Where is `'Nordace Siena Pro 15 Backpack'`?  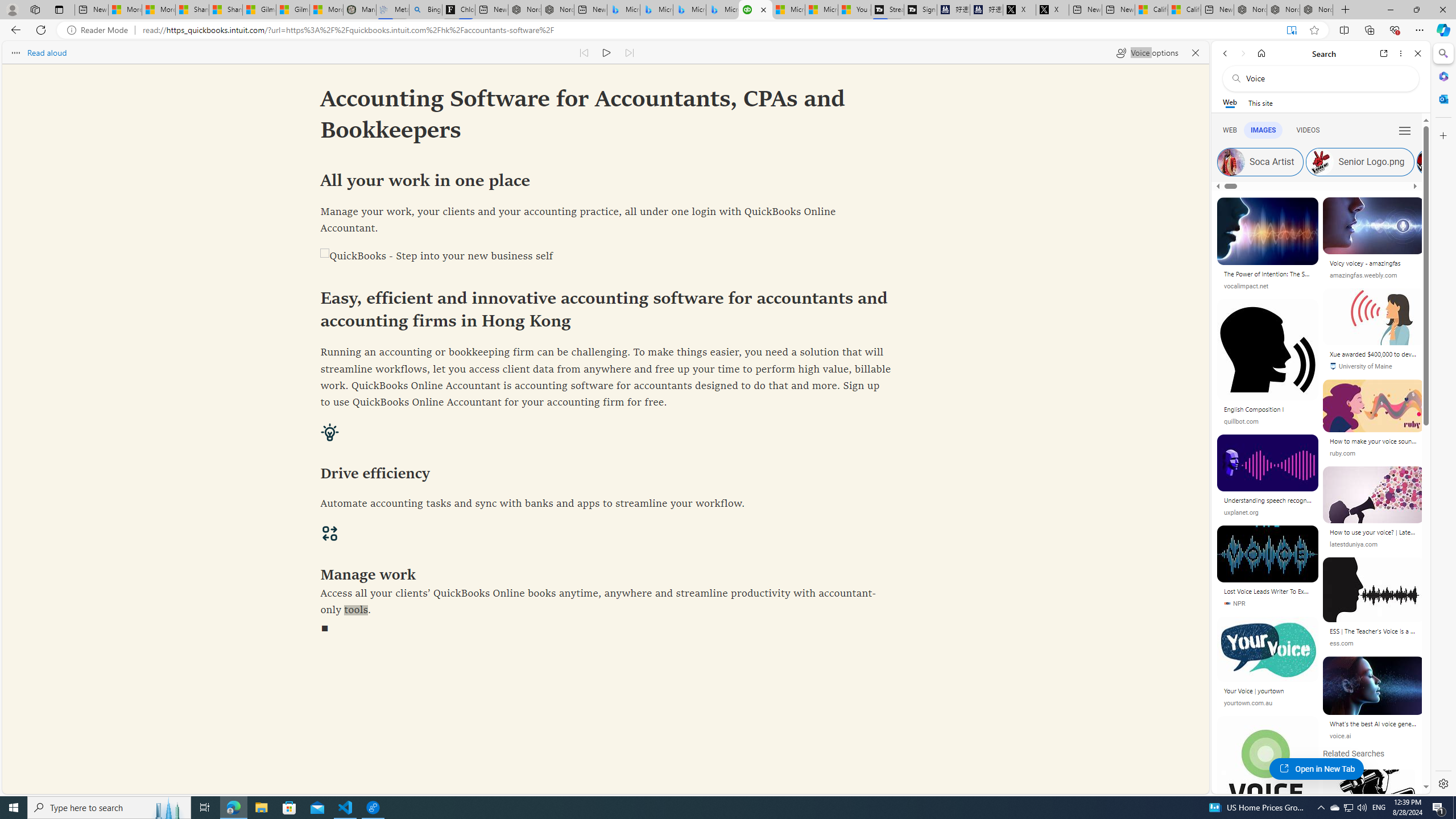
'Nordace Siena Pro 15 Backpack' is located at coordinates (1283, 9).